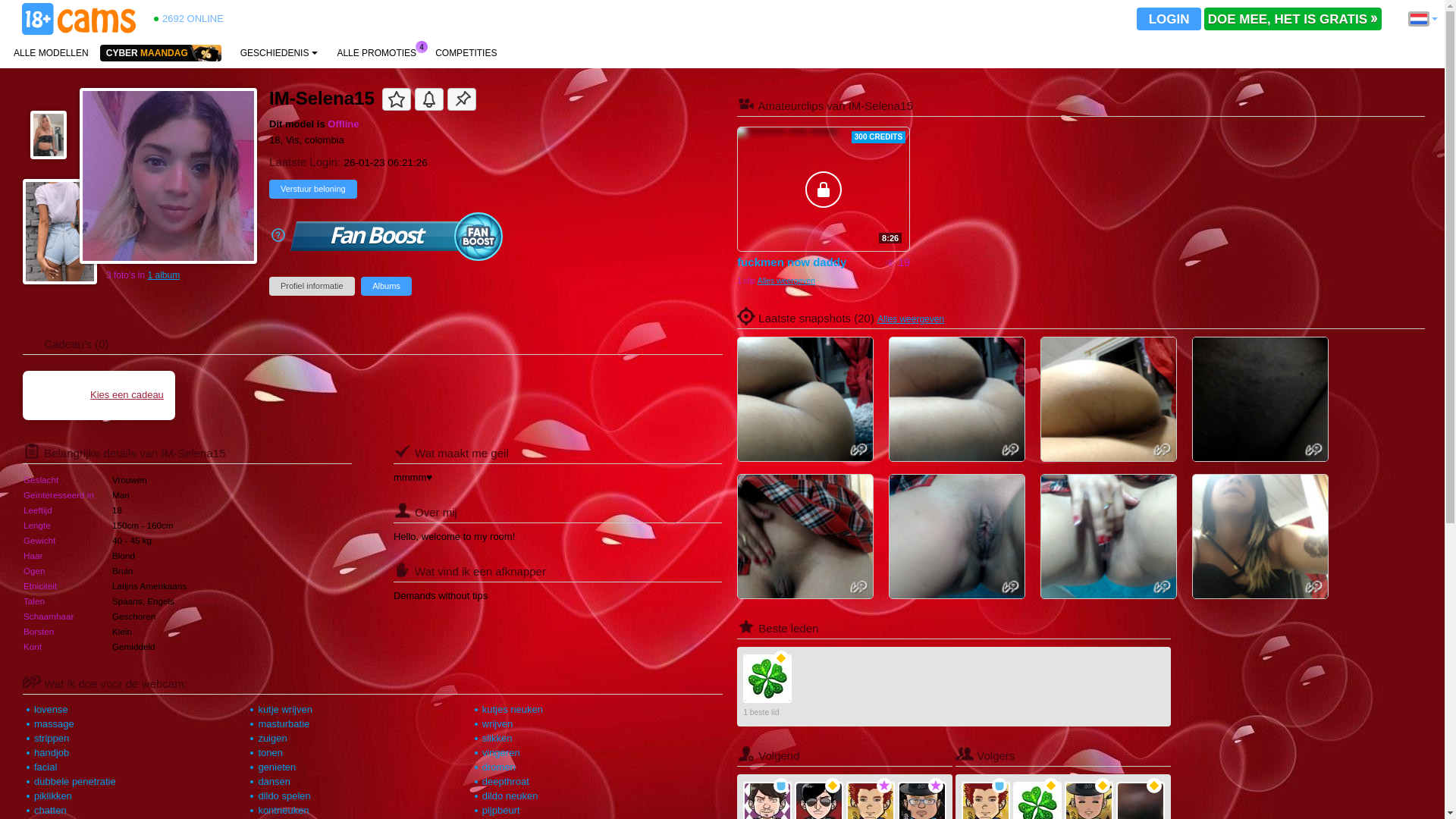  What do you see at coordinates (74, 781) in the screenshot?
I see `'dubbele penetratie'` at bounding box center [74, 781].